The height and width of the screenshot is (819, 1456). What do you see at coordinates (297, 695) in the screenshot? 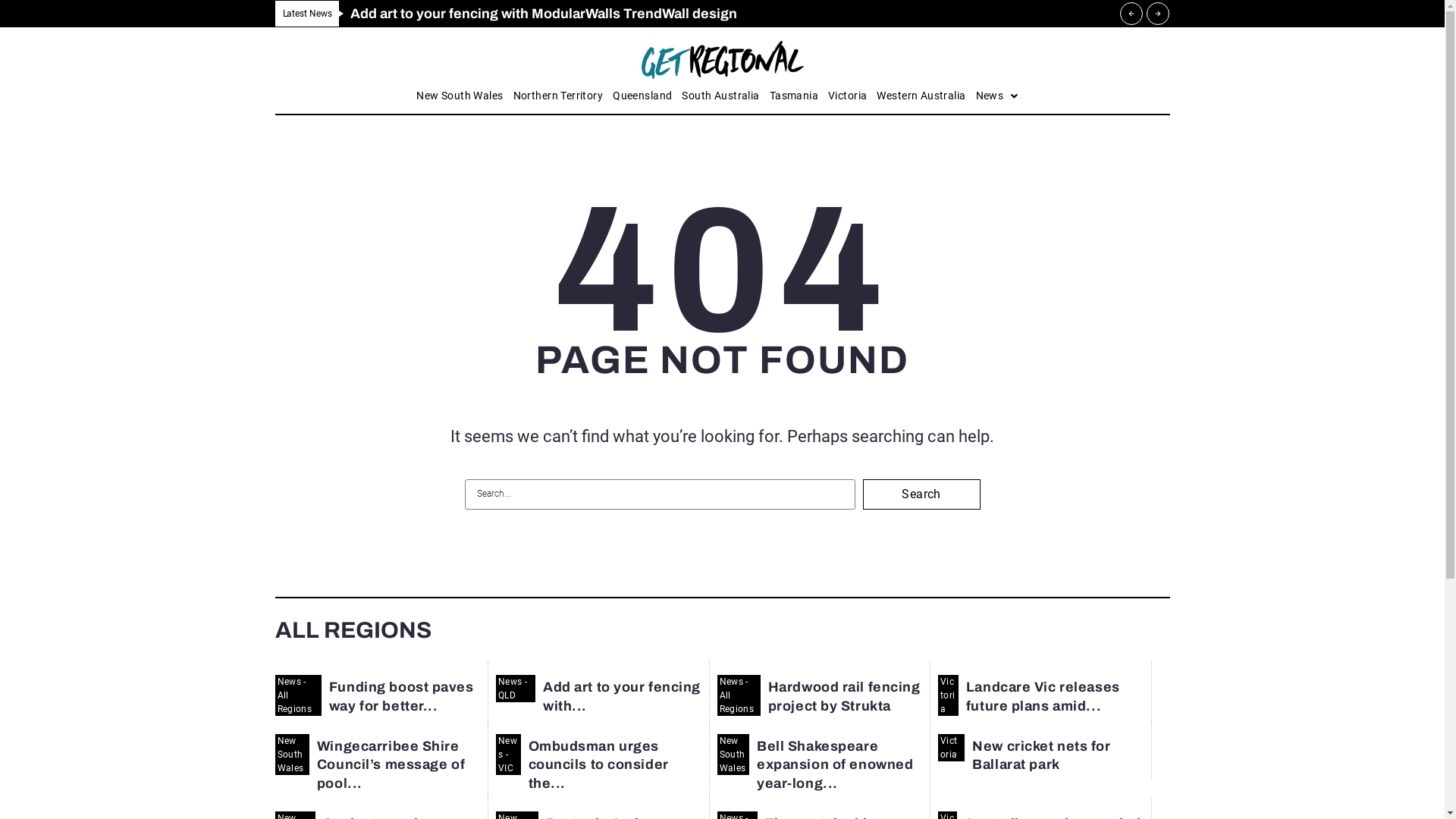
I see `'News - All Regions'` at bounding box center [297, 695].